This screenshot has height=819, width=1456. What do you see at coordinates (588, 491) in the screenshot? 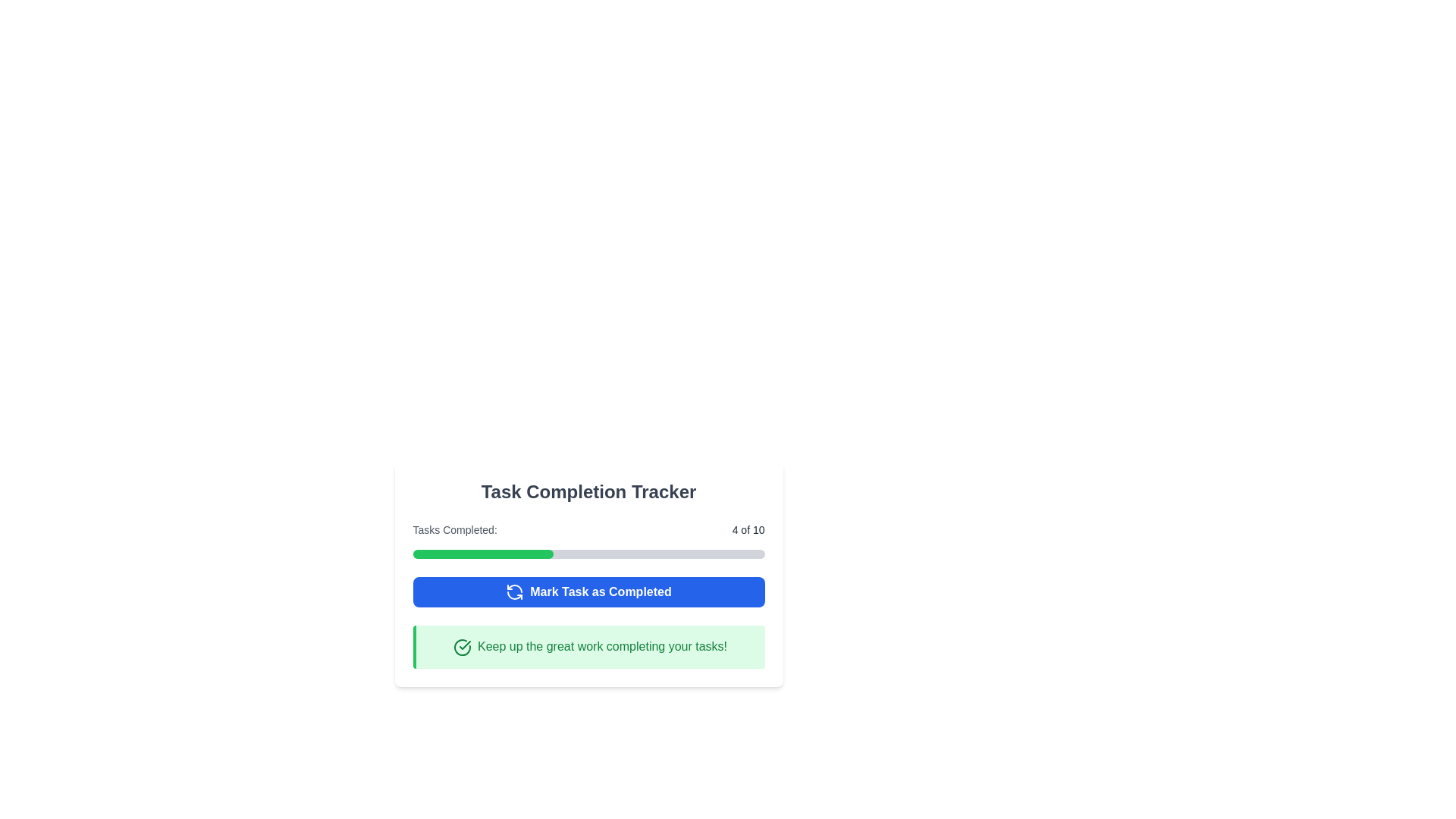
I see `the section header text element that introduces and labels the content pertaining to tracking task completion` at bounding box center [588, 491].